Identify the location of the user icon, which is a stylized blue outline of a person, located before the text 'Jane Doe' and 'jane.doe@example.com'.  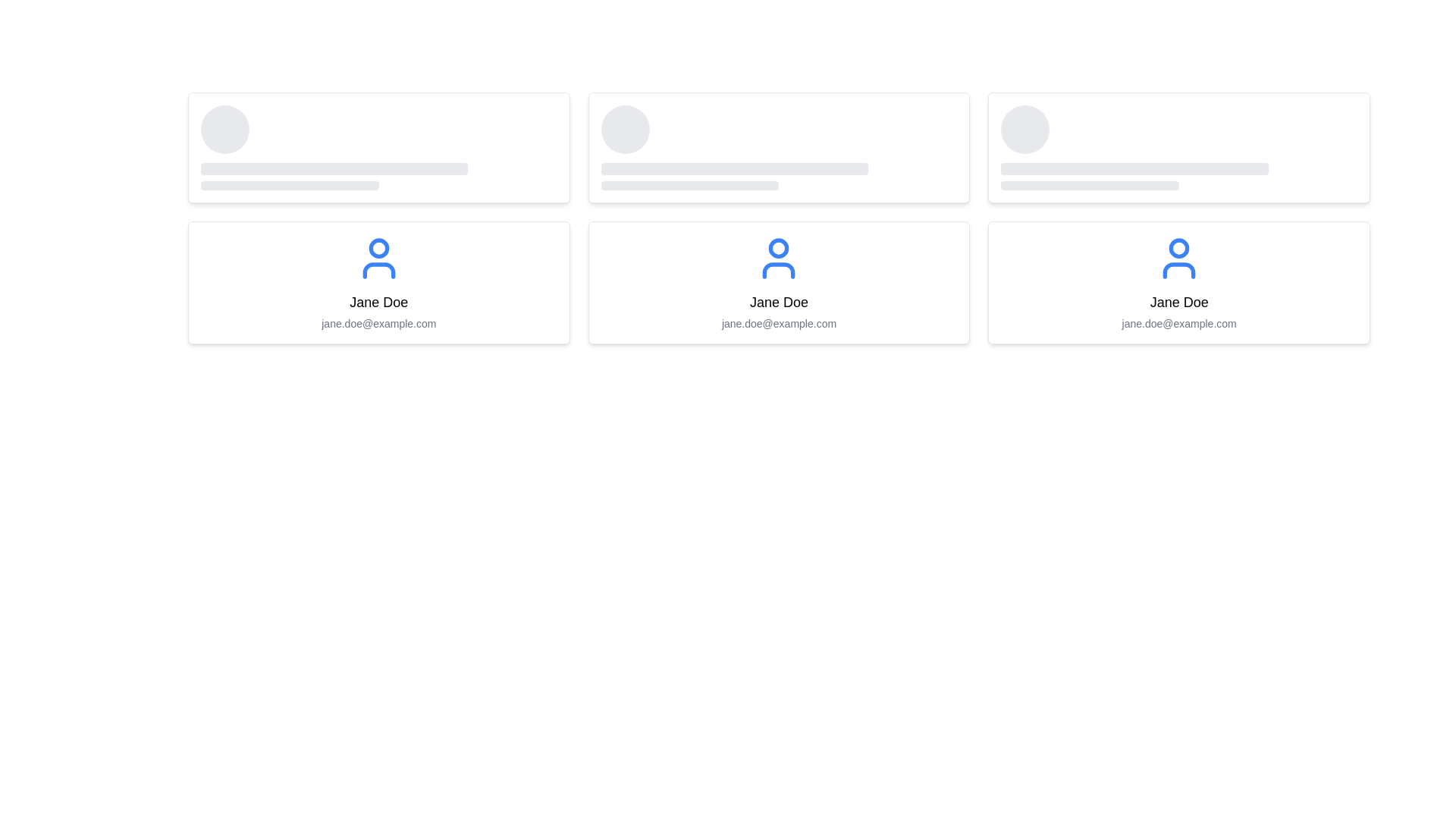
(378, 257).